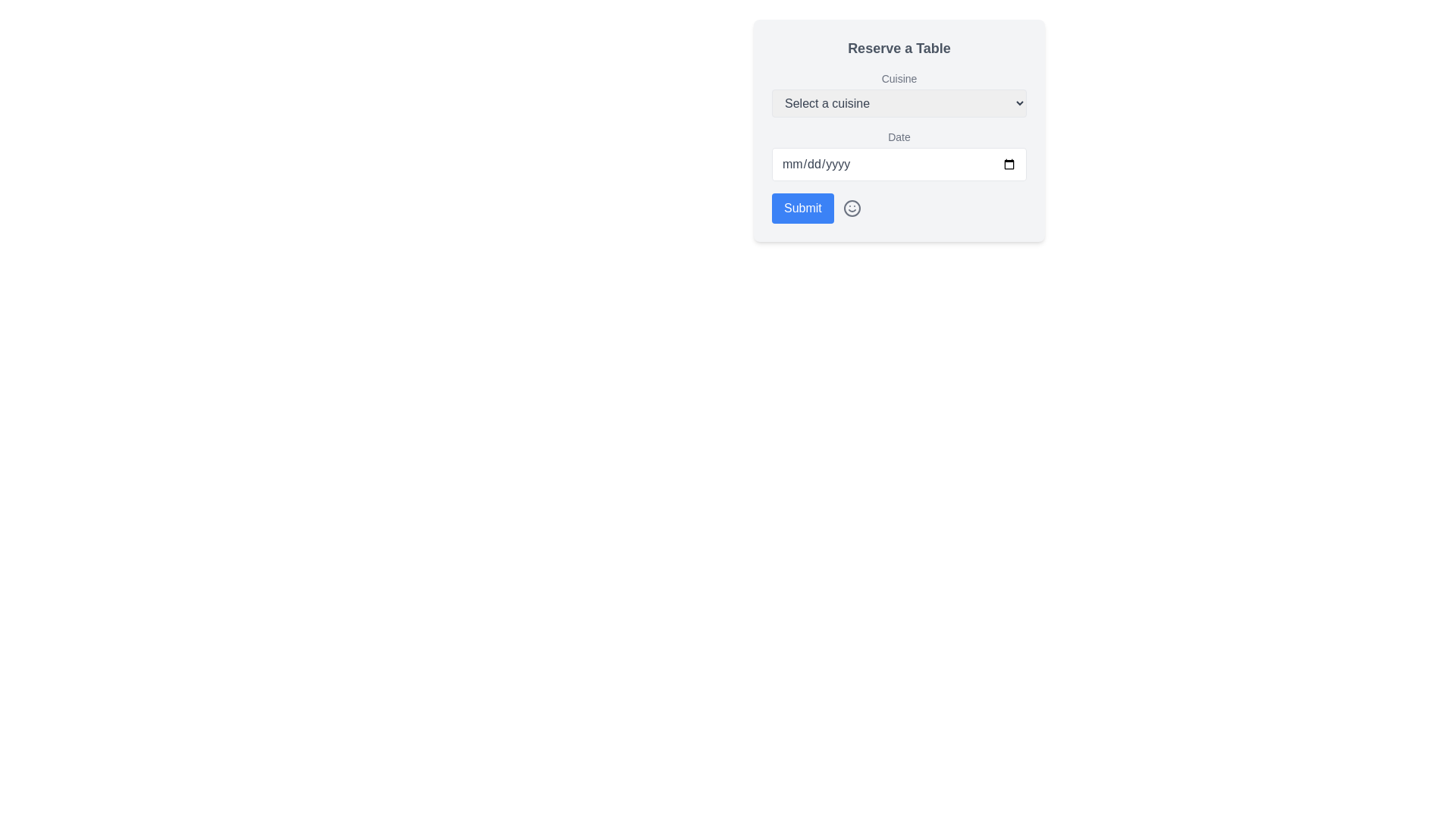 This screenshot has width=1456, height=819. I want to click on the label for the dropdown menu that describes the associated input field for cuisines, located in the 'Reserve a Table' section, so click(899, 79).